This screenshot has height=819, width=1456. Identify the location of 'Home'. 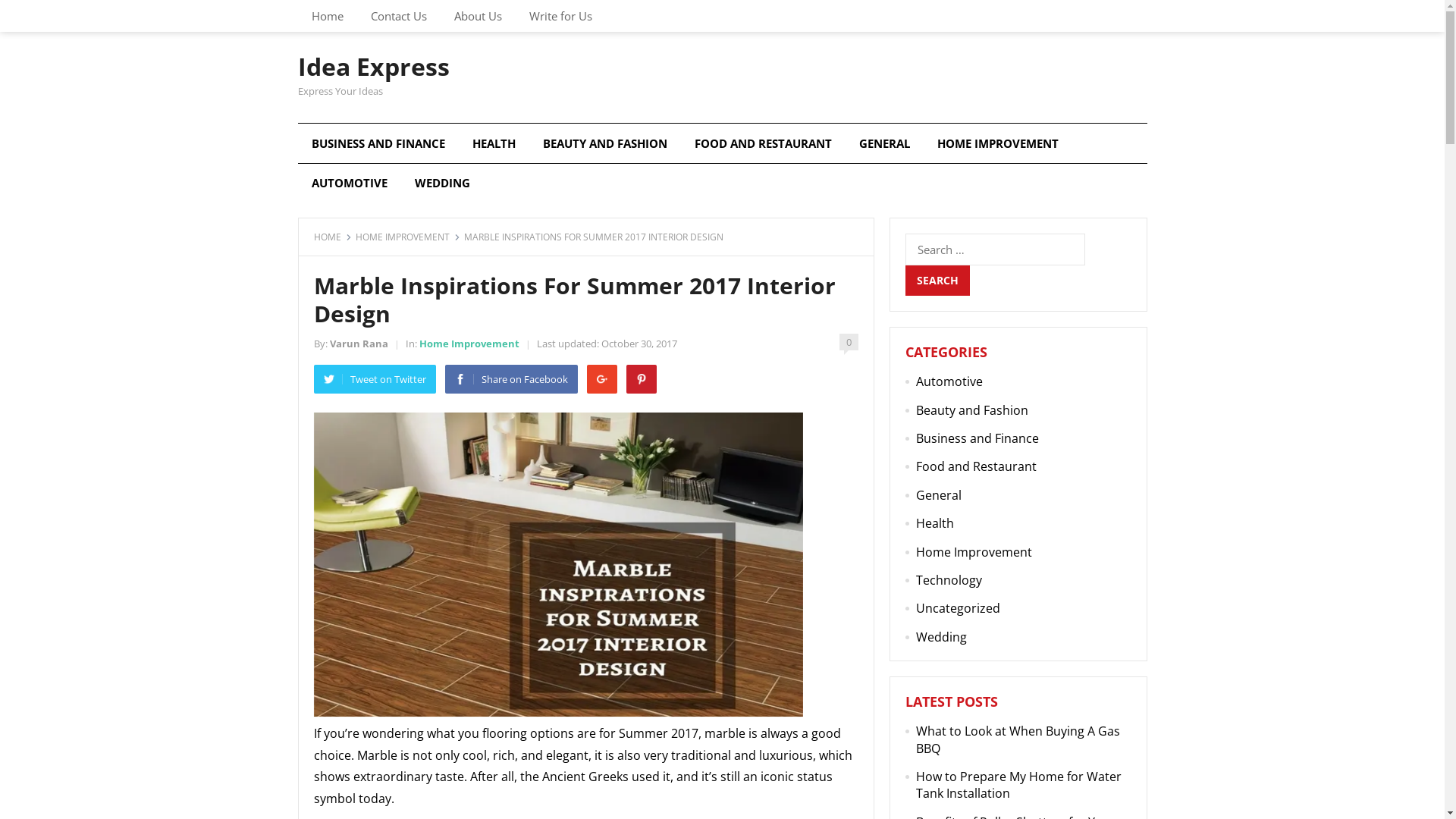
(297, 15).